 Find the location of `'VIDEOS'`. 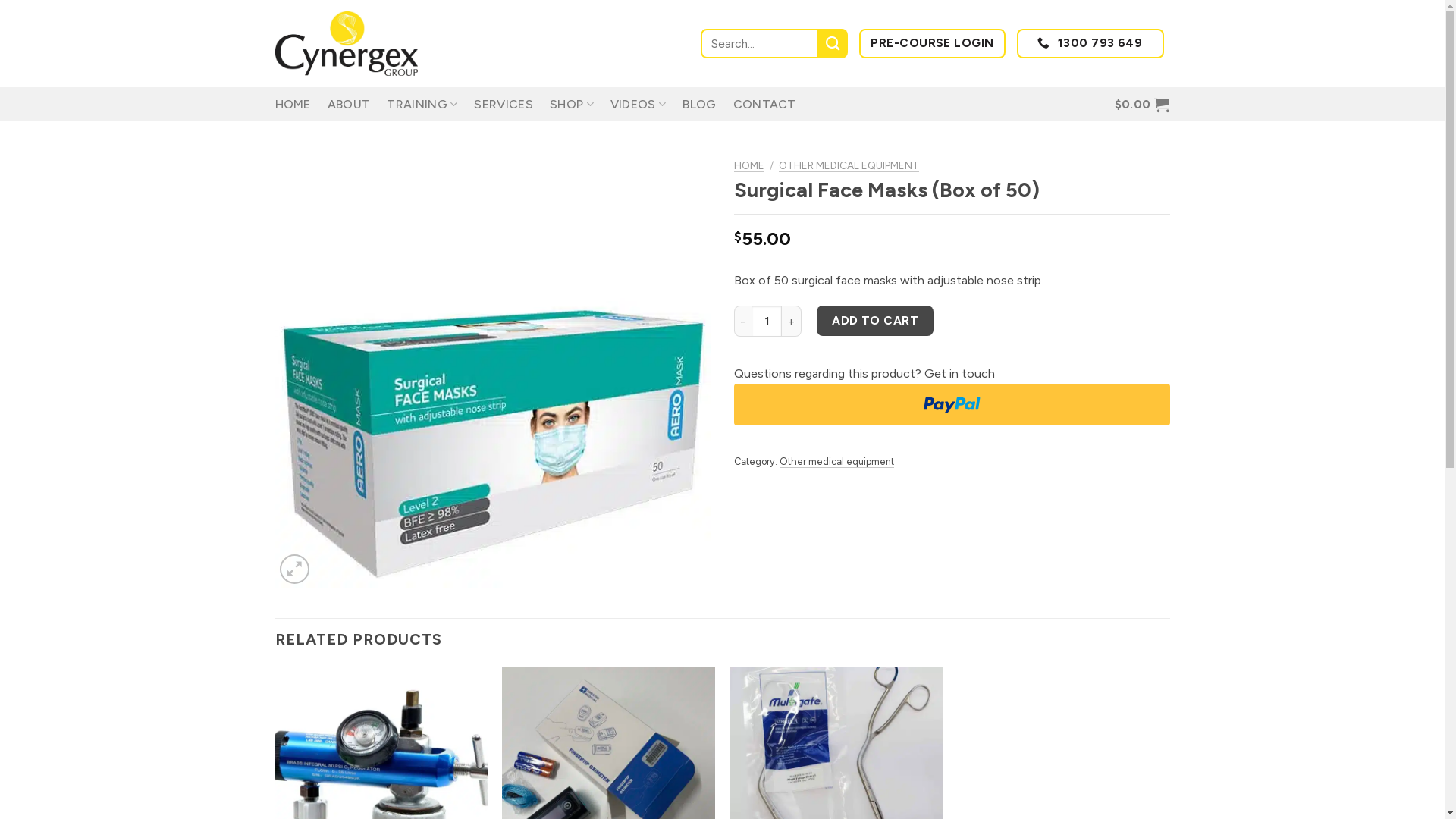

'VIDEOS' is located at coordinates (638, 103).